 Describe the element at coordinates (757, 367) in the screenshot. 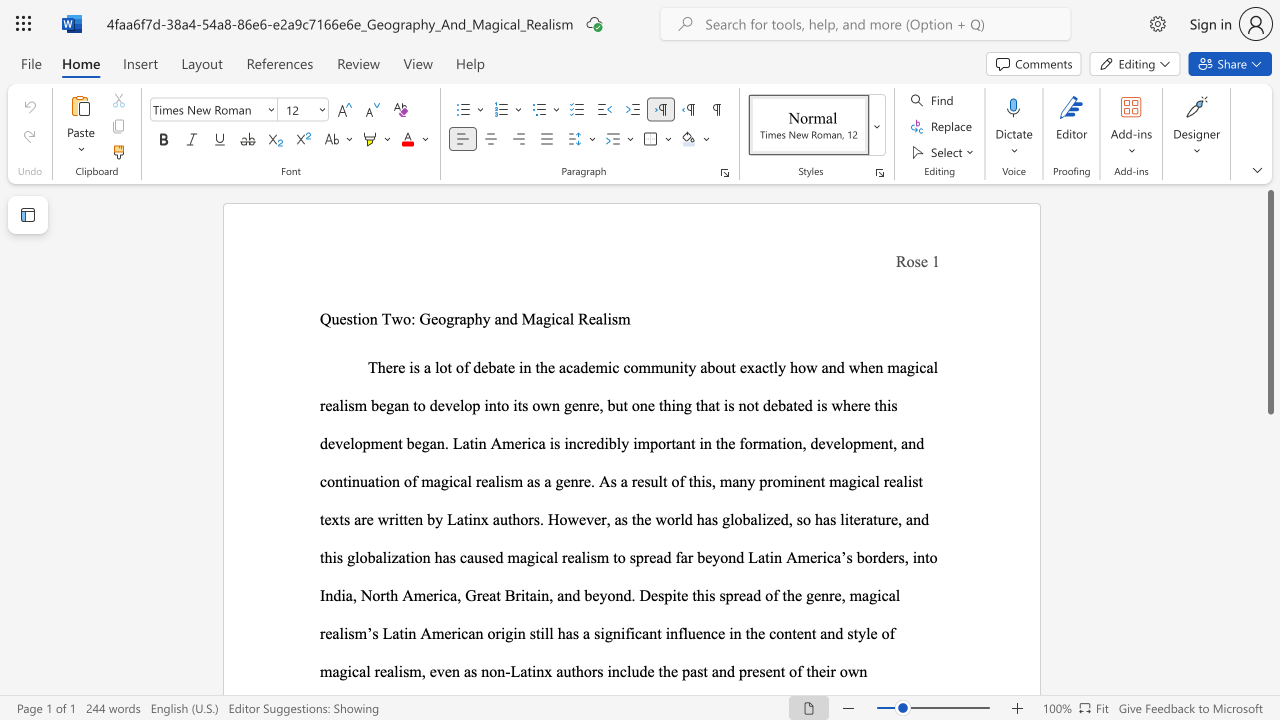

I see `the 6th character "a" in the text` at that location.